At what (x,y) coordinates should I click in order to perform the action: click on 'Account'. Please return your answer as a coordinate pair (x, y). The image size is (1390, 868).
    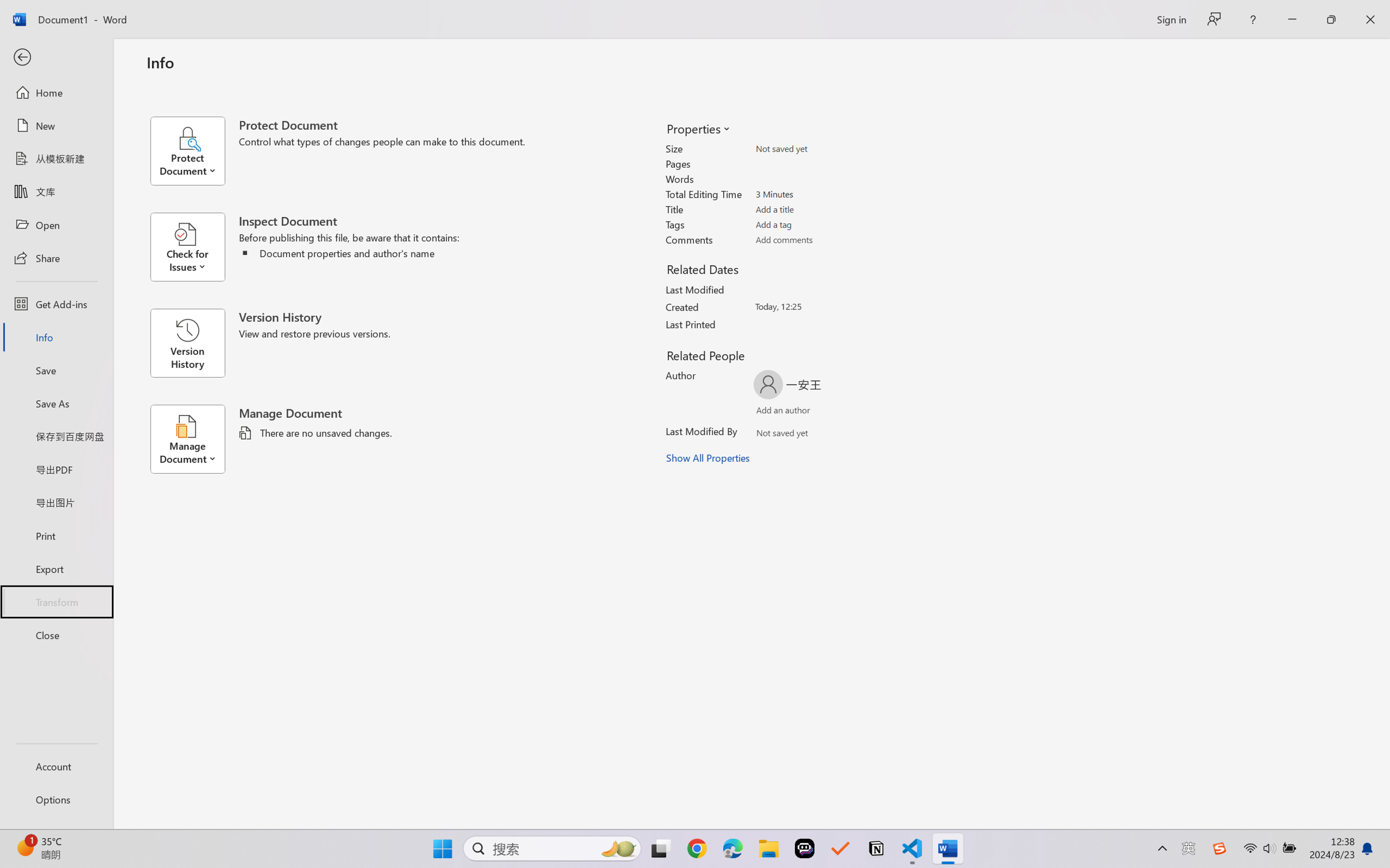
    Looking at the image, I should click on (56, 766).